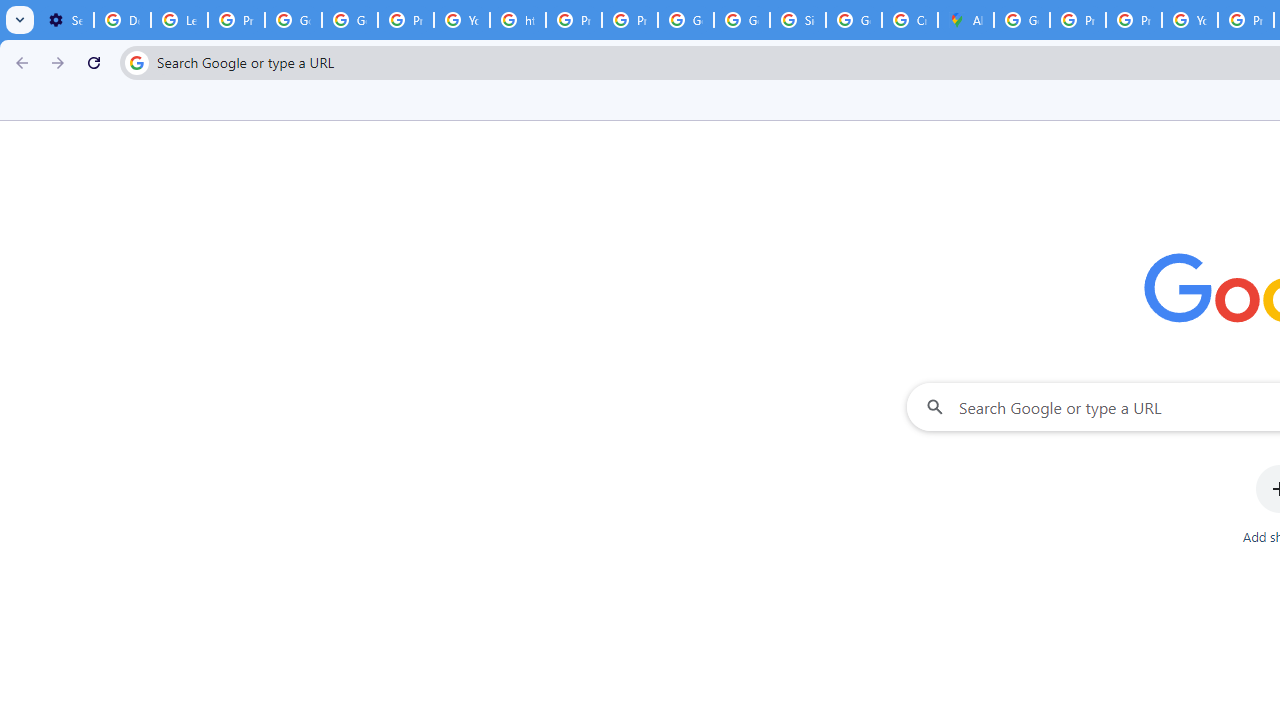  What do you see at coordinates (65, 20) in the screenshot?
I see `'Settings - On startup'` at bounding box center [65, 20].